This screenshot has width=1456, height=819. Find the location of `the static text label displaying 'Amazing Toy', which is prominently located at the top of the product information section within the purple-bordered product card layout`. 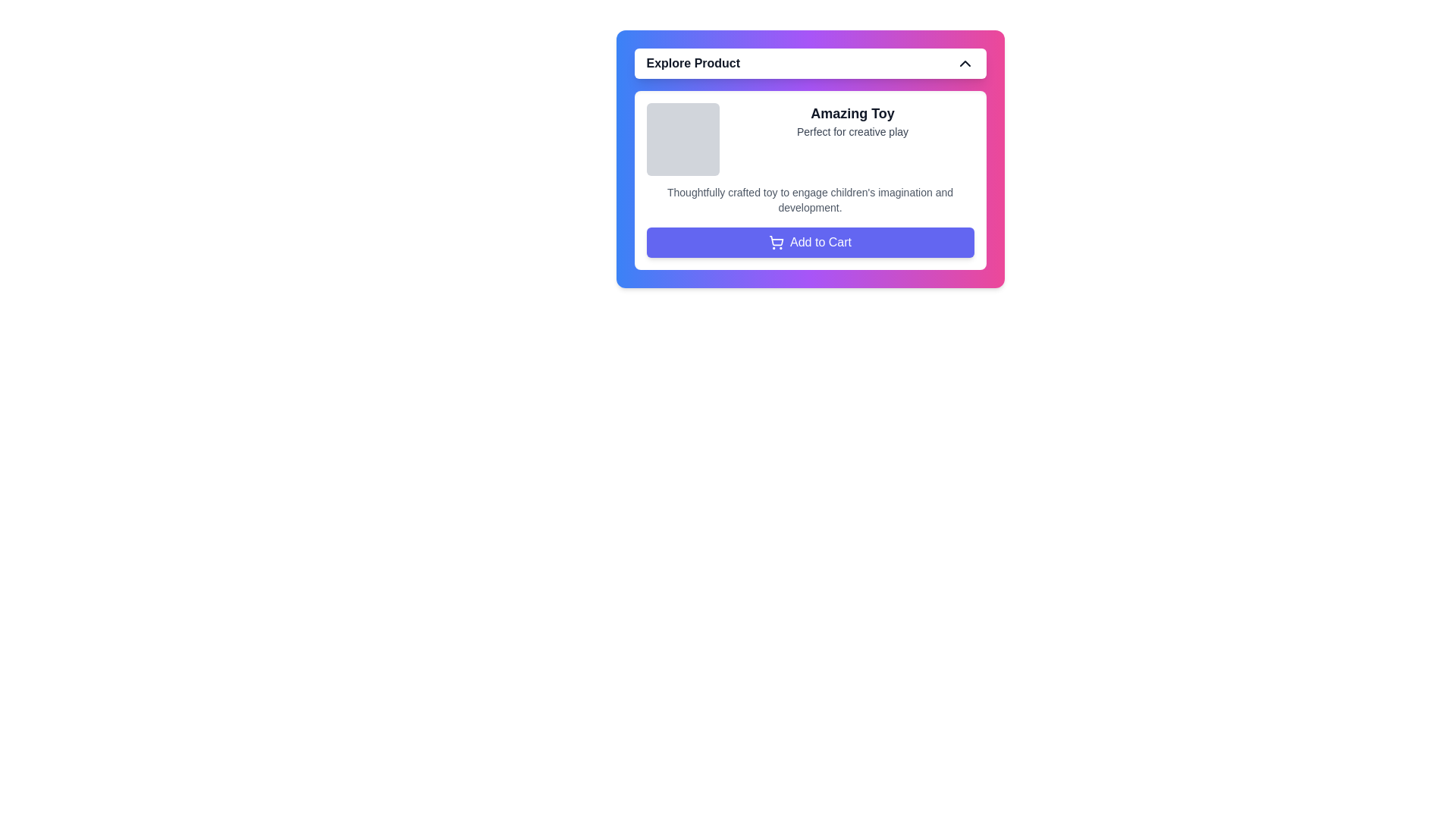

the static text label displaying 'Amazing Toy', which is prominently located at the top of the product information section within the purple-bordered product card layout is located at coordinates (852, 113).